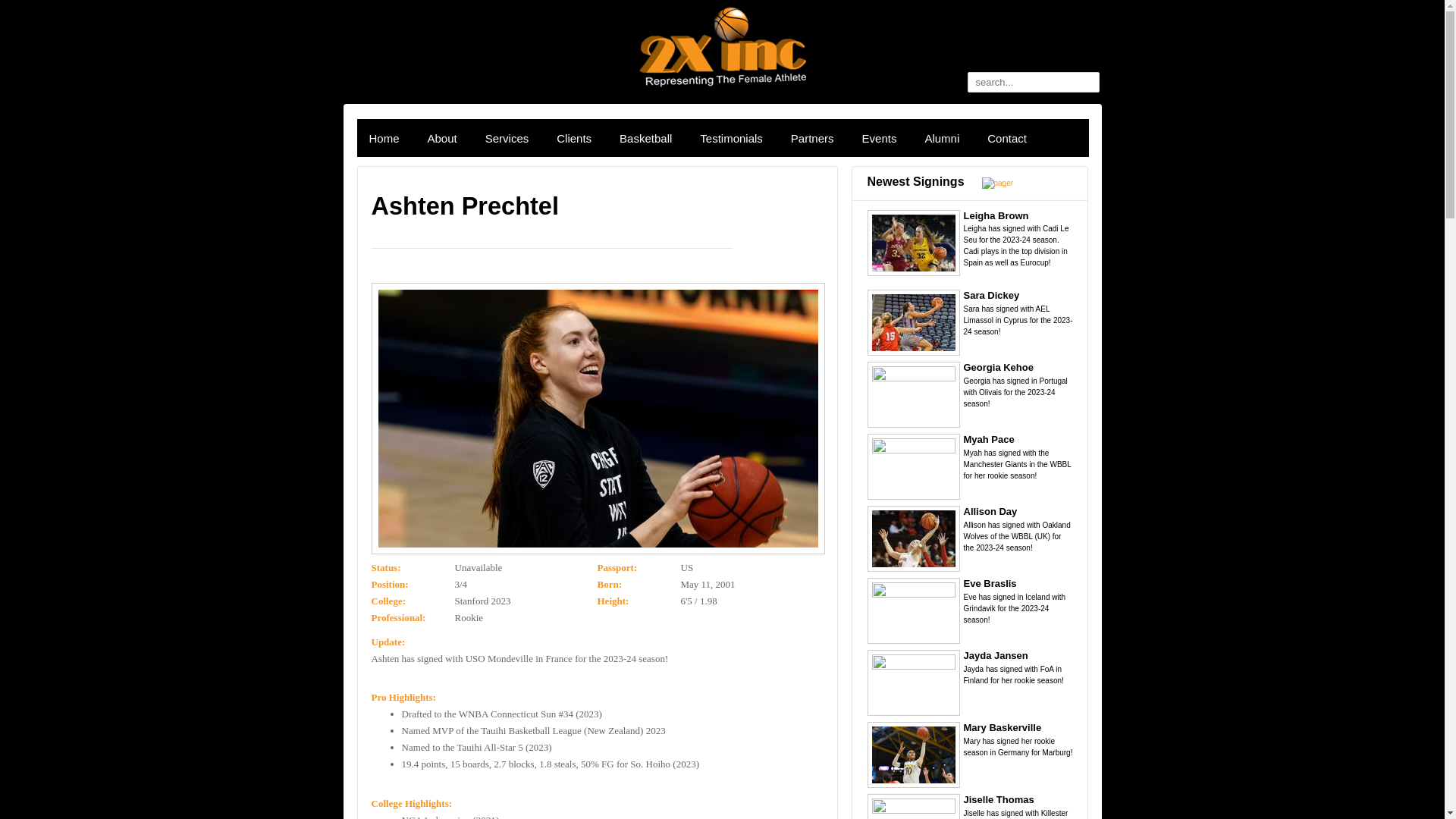  I want to click on 'Partners', so click(811, 138).